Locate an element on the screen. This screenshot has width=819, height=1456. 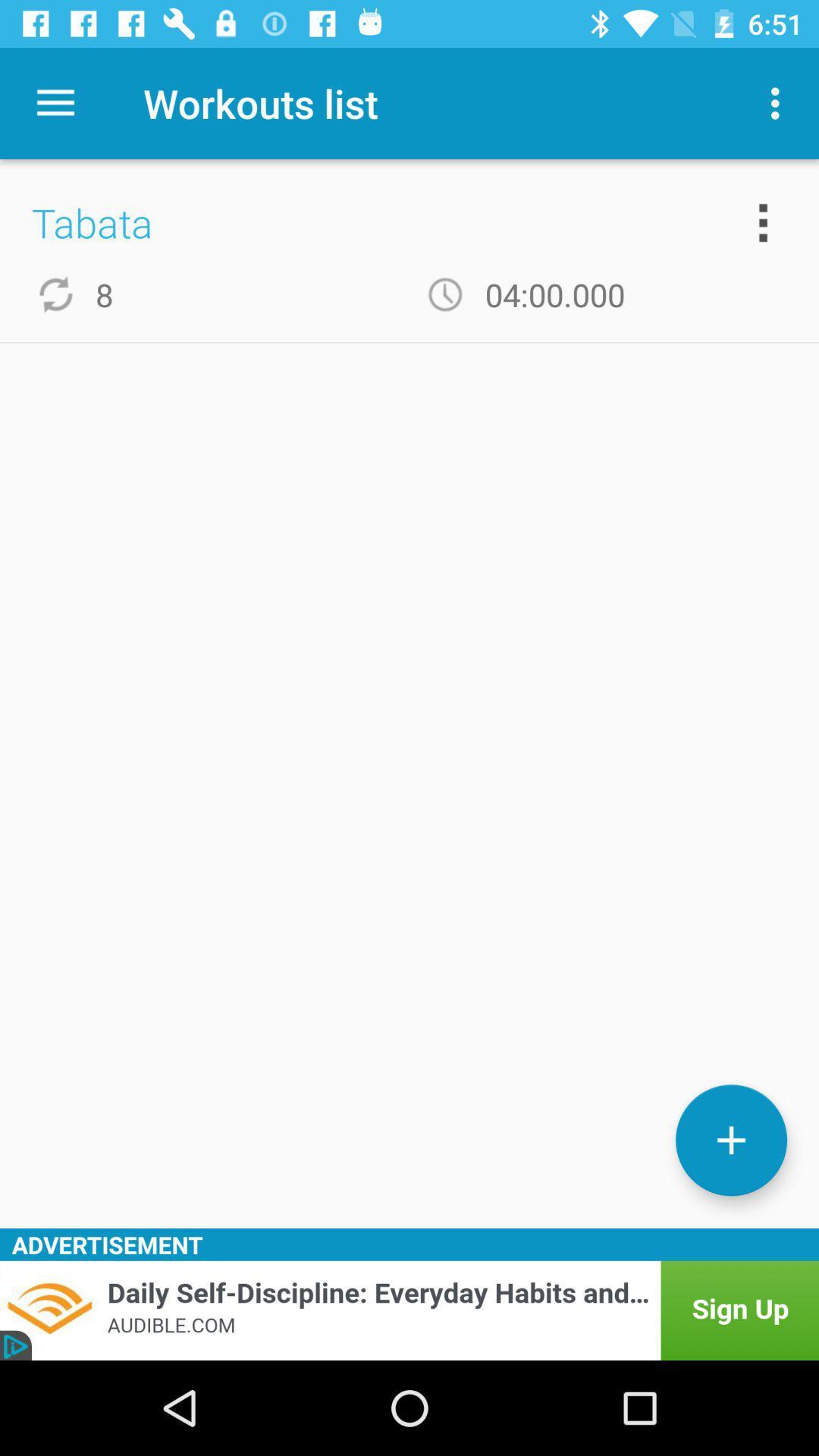
the app to the right of workouts list item is located at coordinates (779, 102).